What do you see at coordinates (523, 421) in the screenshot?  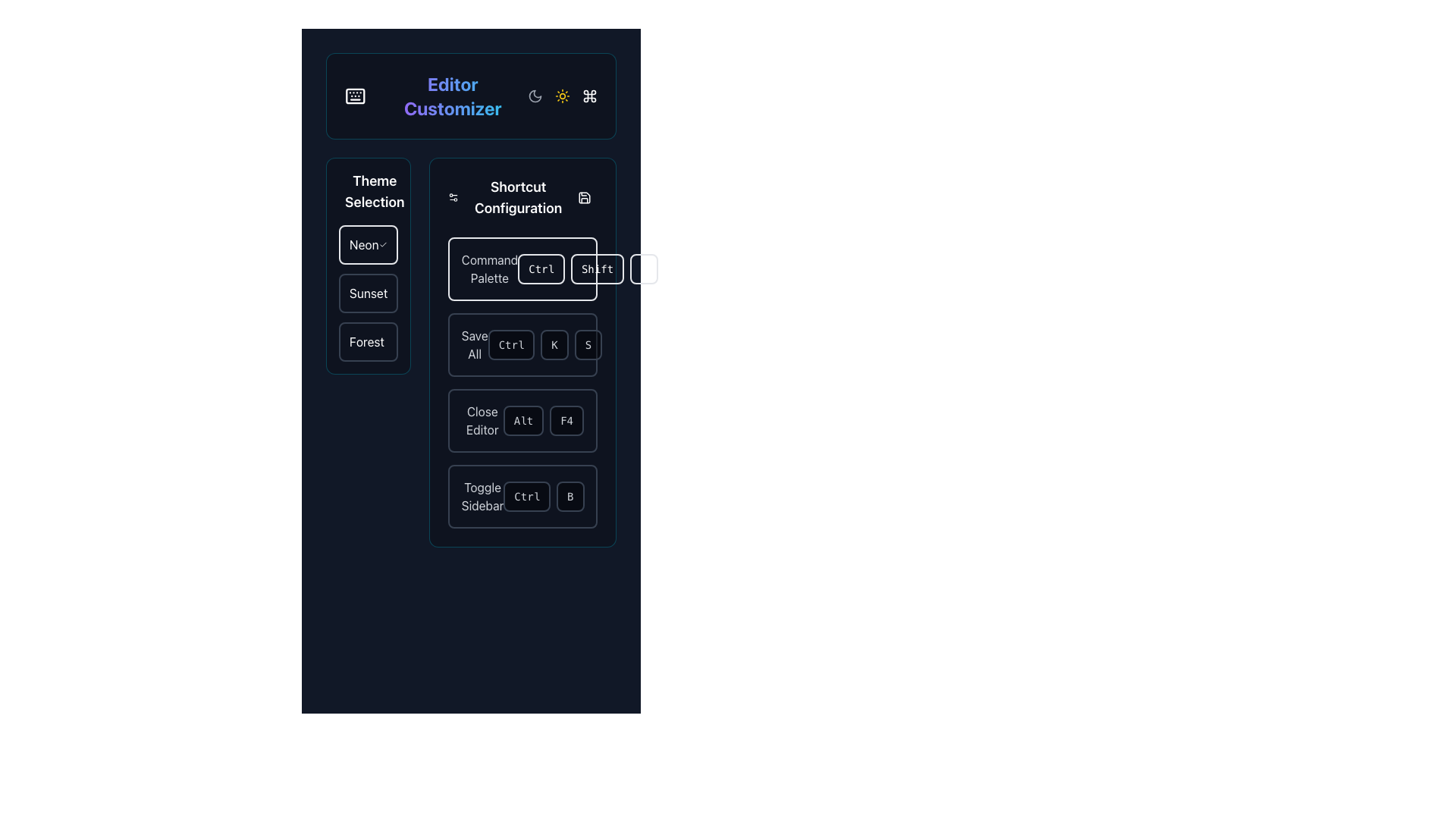 I see `the 'Alt' button-like UI element, which is styled with a black background and rounded corners, located in the third row of the 'Shortcut Configuration' section for the 'Close Editor' shortcut` at bounding box center [523, 421].